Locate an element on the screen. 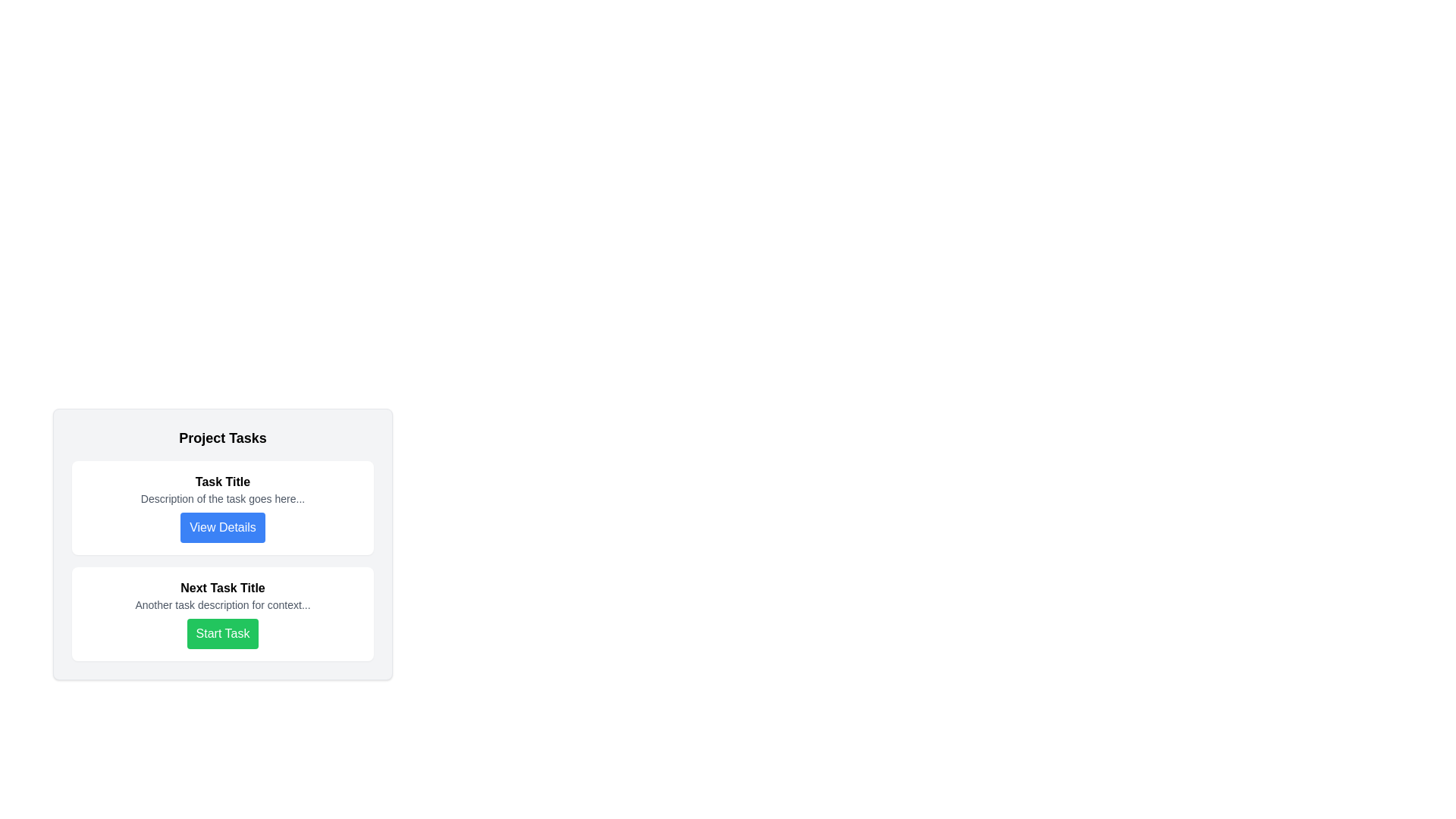 The height and width of the screenshot is (819, 1456). descriptive text from the static text label located centrally within the card, which is positioned below the 'Next Task Title' header and above the 'Start Task' button is located at coordinates (221, 604).